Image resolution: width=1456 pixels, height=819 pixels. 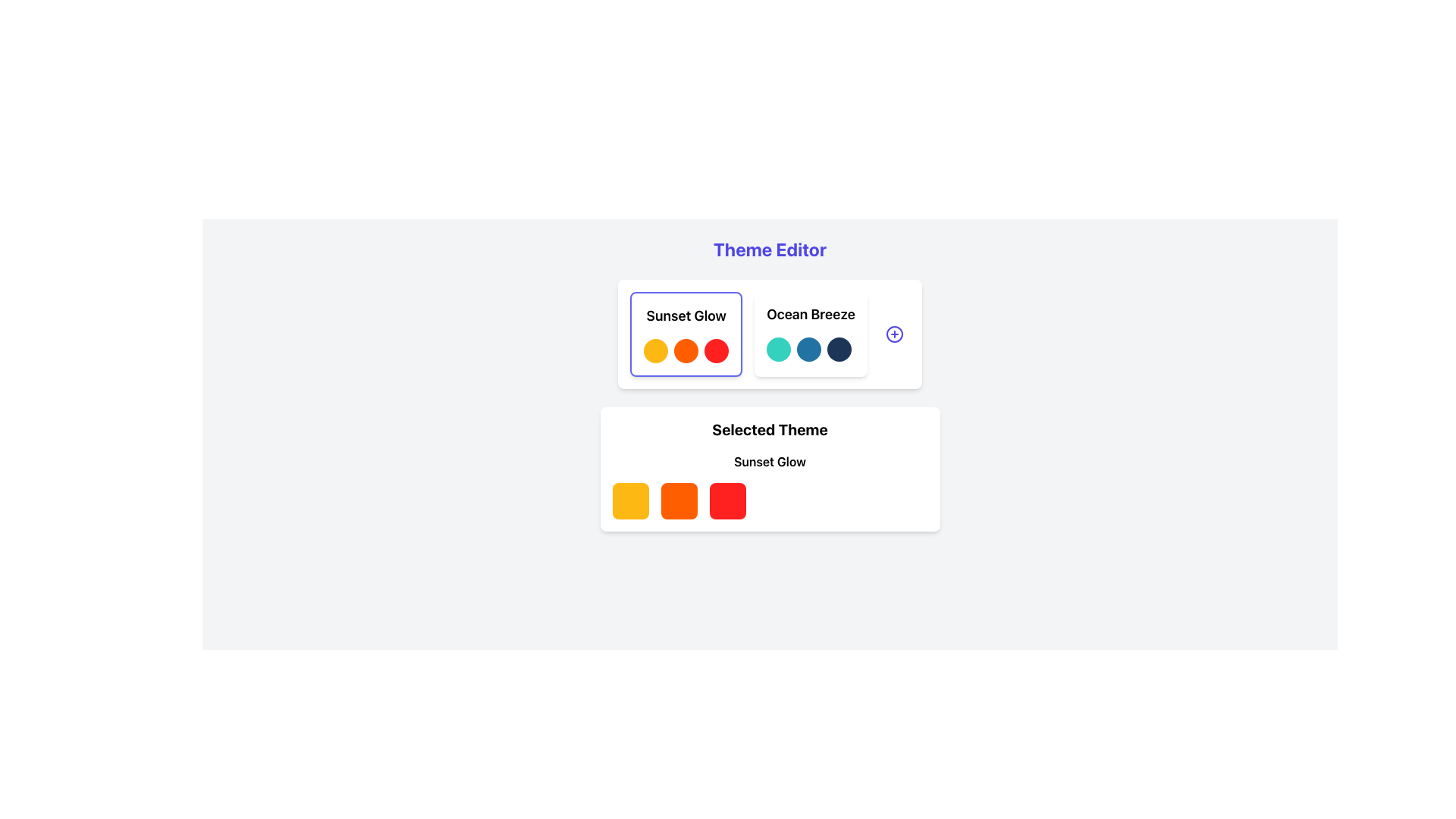 What do you see at coordinates (808, 350) in the screenshot?
I see `the middle decorative circle indicator within the 'Ocean Breeze' theme selection` at bounding box center [808, 350].